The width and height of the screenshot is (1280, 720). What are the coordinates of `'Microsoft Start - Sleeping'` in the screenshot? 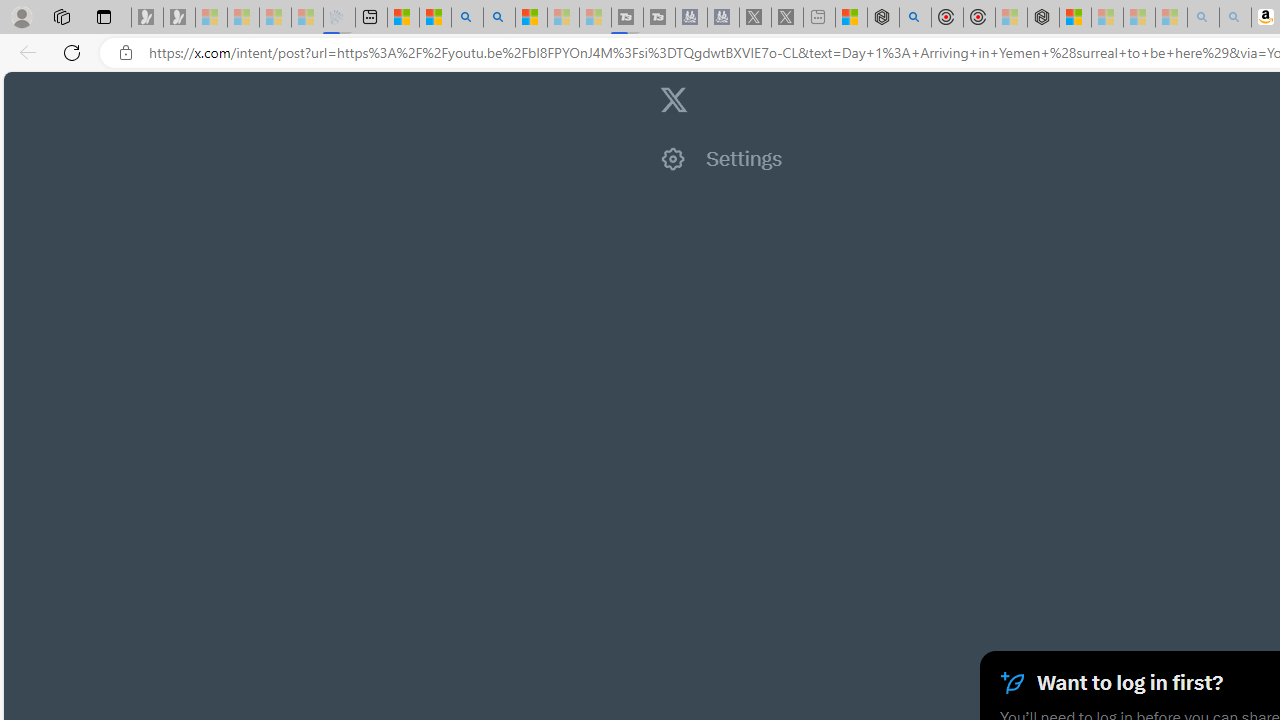 It's located at (562, 17).